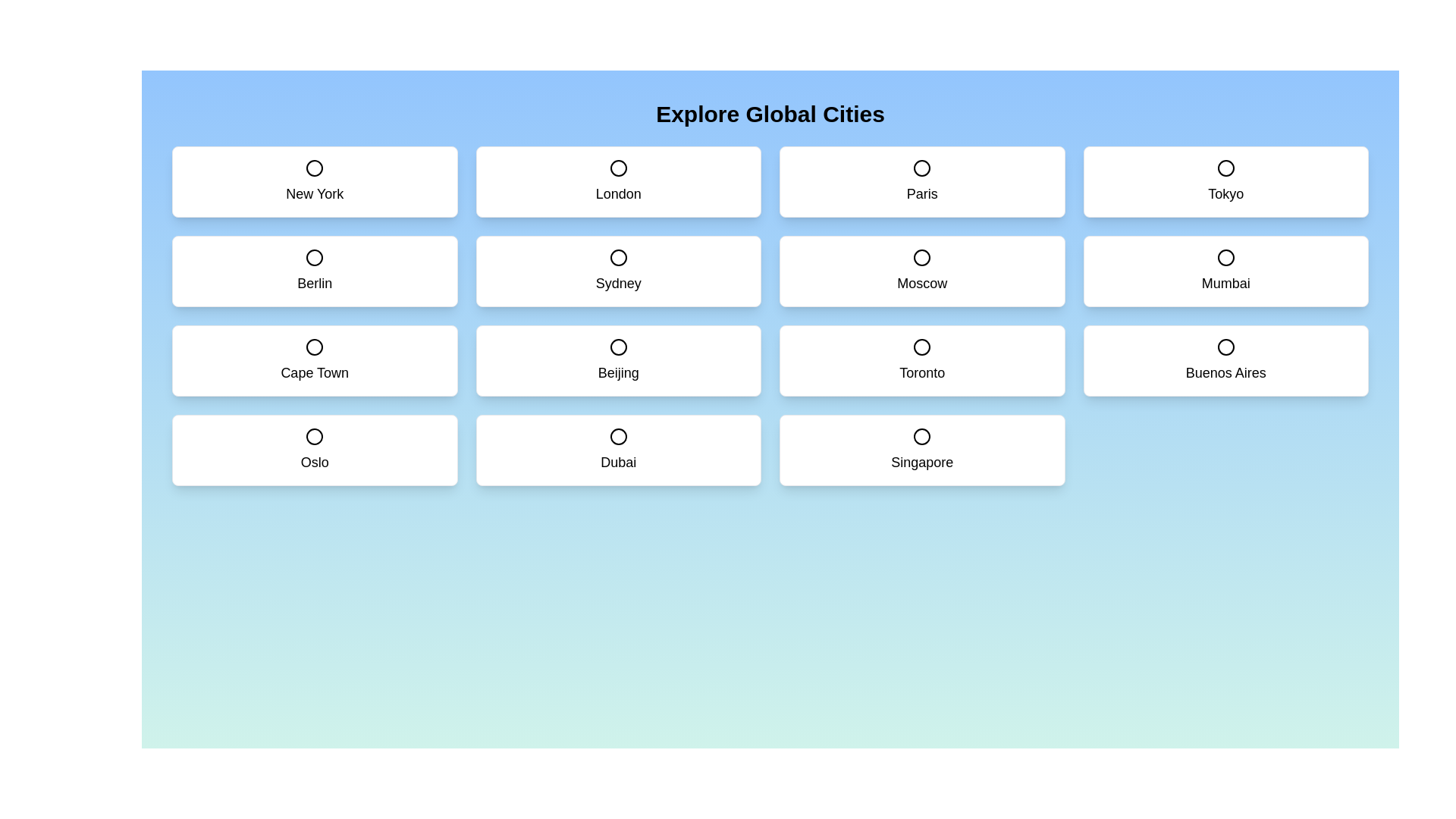  I want to click on the city card labeled Cape Town to toggle its selection state, so click(314, 360).